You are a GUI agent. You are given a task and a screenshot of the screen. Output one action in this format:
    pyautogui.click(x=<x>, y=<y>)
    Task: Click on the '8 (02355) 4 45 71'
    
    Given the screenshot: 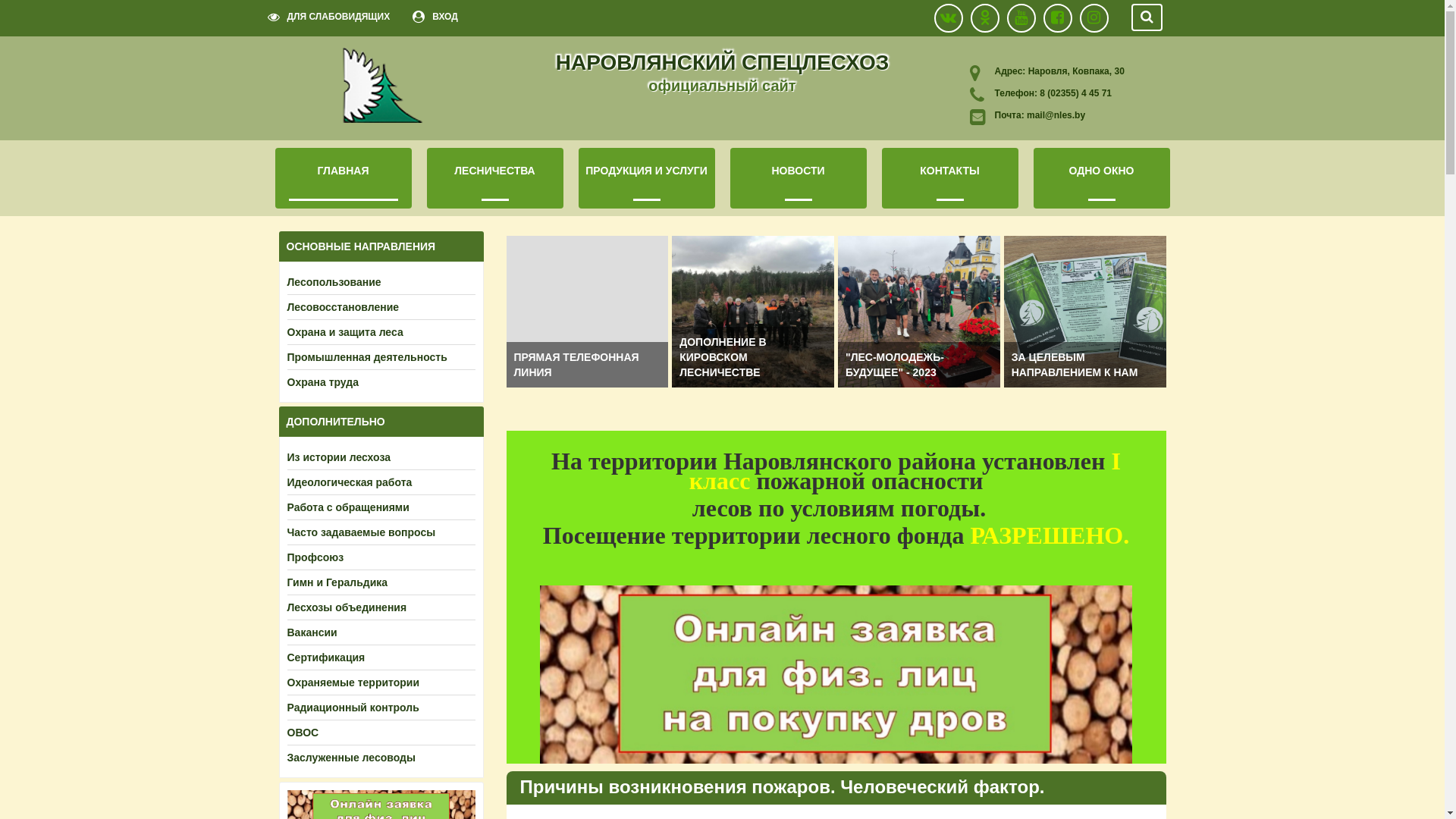 What is the action you would take?
    pyautogui.click(x=1073, y=93)
    